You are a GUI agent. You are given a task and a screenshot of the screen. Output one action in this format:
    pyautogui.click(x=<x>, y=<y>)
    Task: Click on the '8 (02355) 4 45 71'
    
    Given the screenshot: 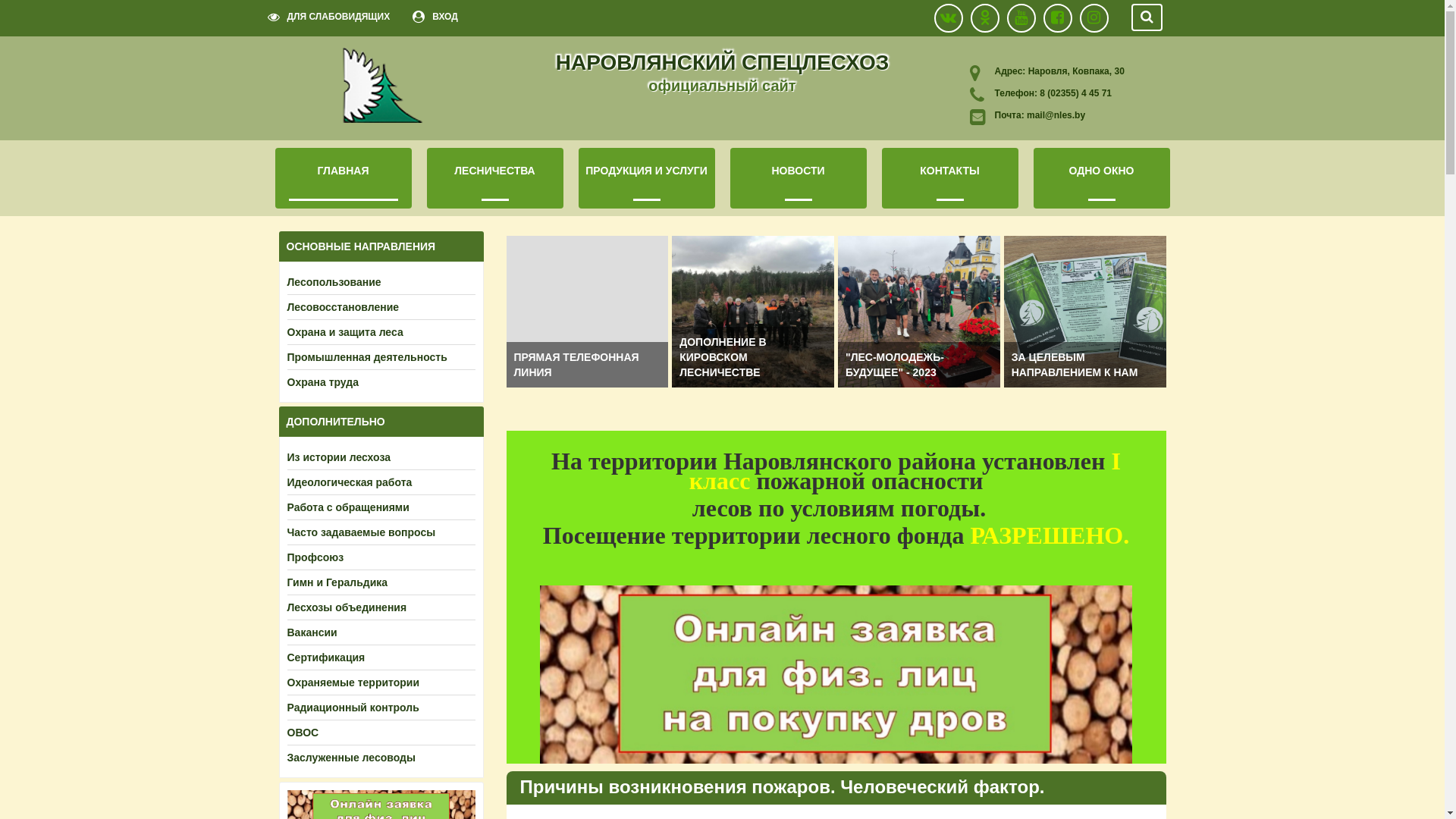 What is the action you would take?
    pyautogui.click(x=1073, y=93)
    